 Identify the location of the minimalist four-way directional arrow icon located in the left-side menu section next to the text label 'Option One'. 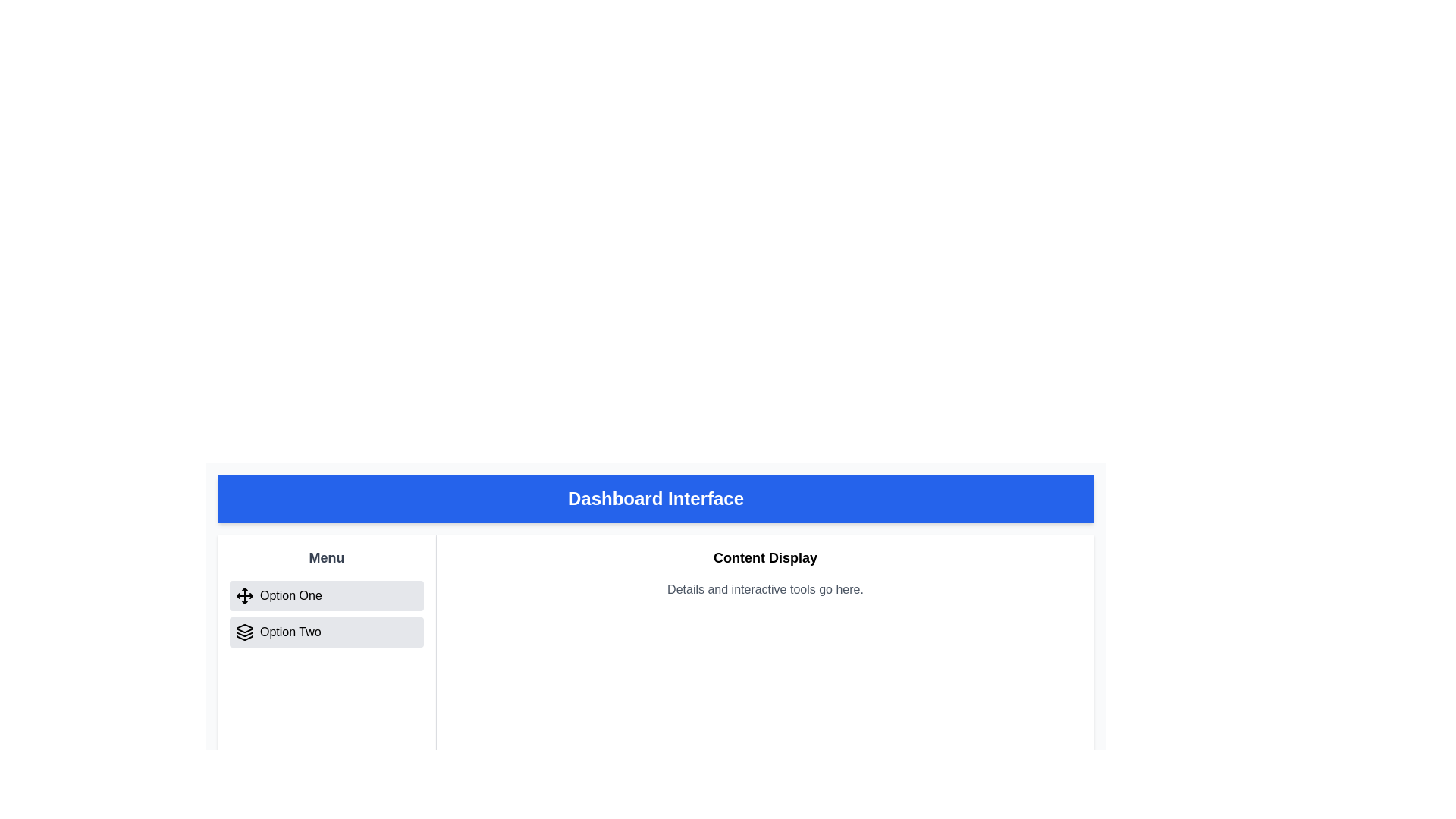
(244, 595).